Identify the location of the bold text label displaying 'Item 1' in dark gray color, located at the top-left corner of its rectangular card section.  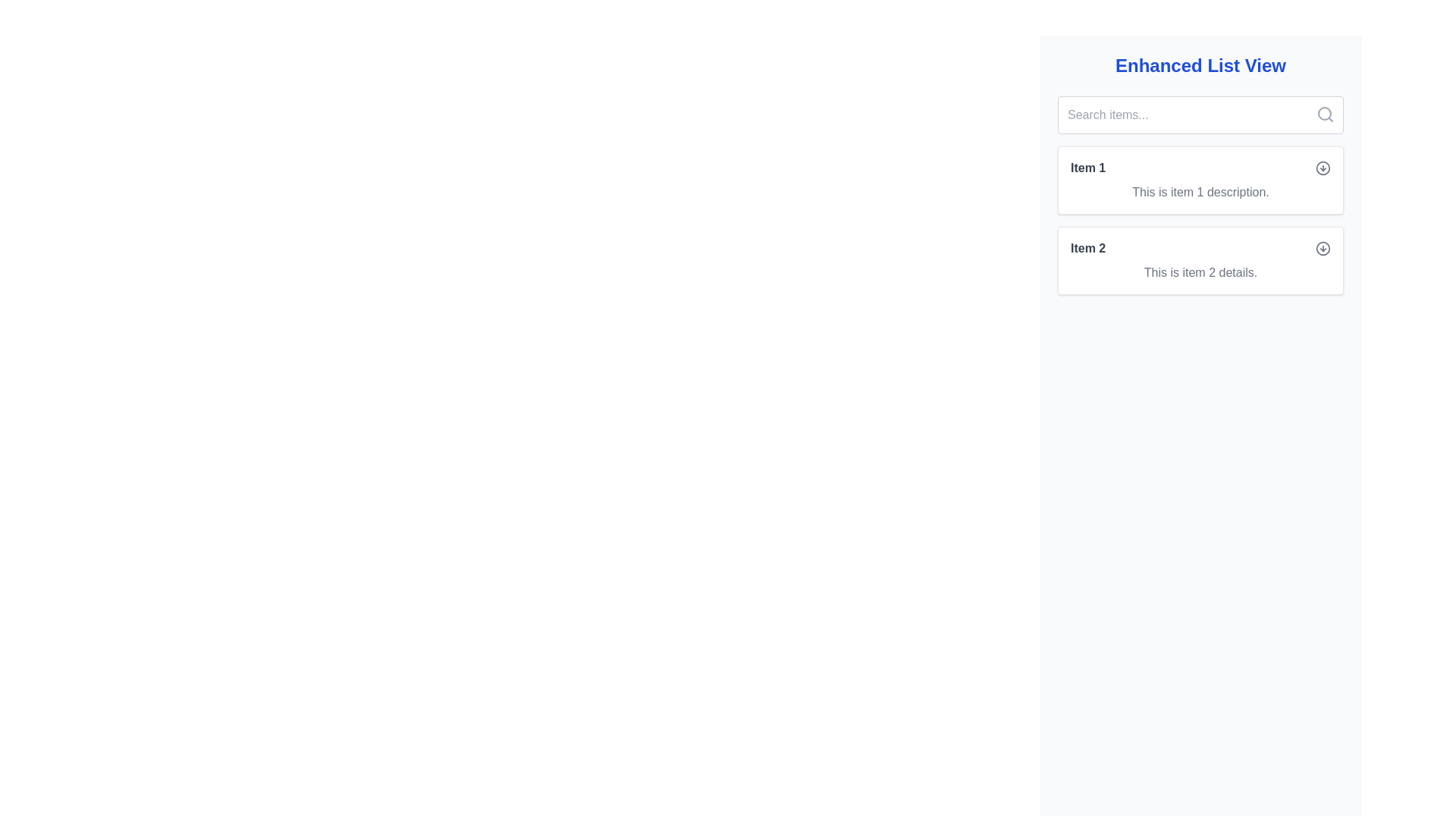
(1087, 168).